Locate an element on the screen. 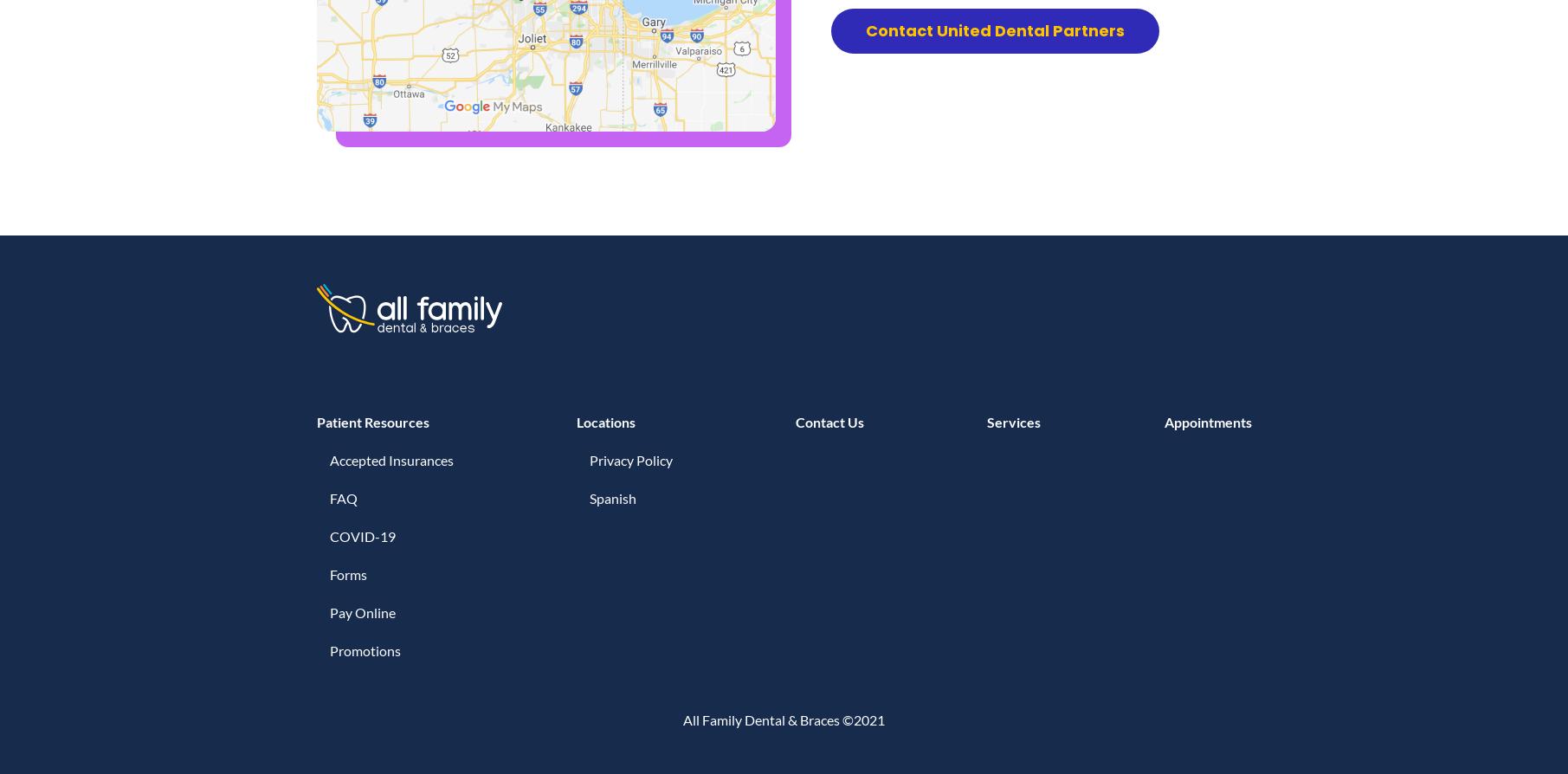 Image resolution: width=1568 pixels, height=774 pixels. 'Contact Us' is located at coordinates (829, 422).